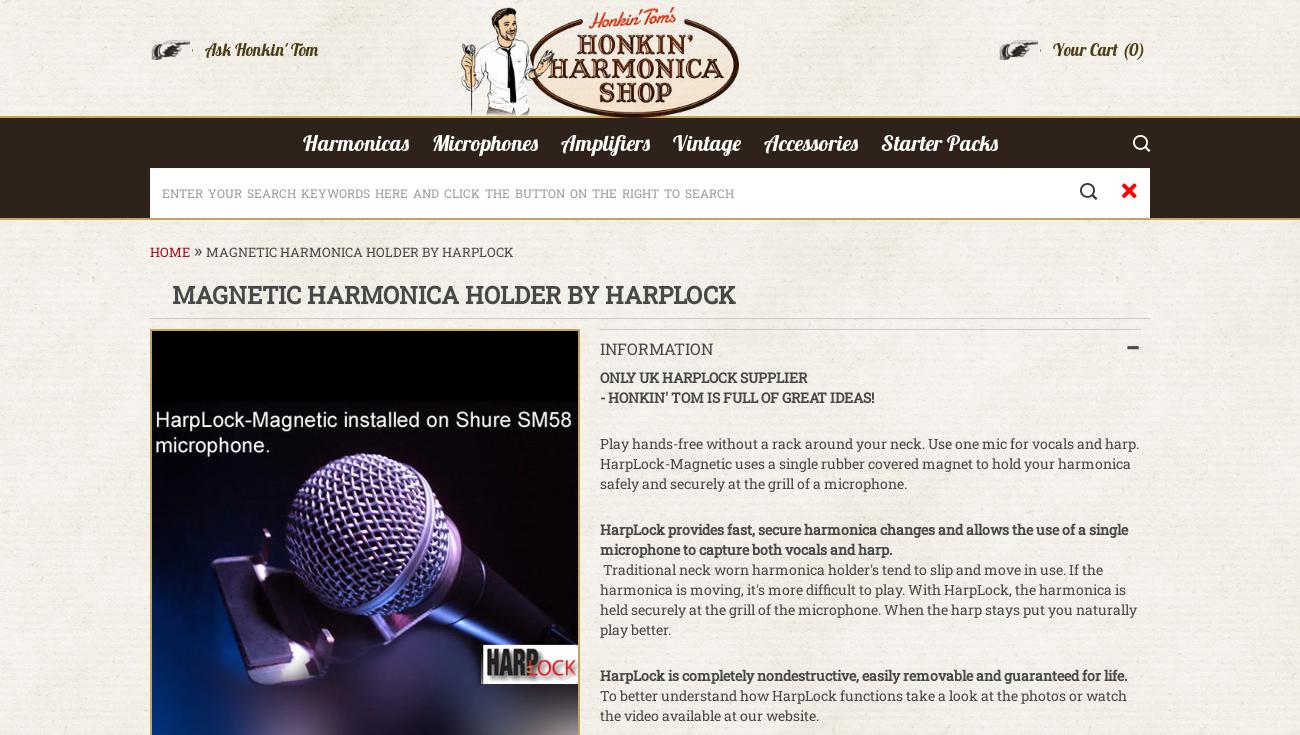  What do you see at coordinates (354, 142) in the screenshot?
I see `'Harmonicas'` at bounding box center [354, 142].